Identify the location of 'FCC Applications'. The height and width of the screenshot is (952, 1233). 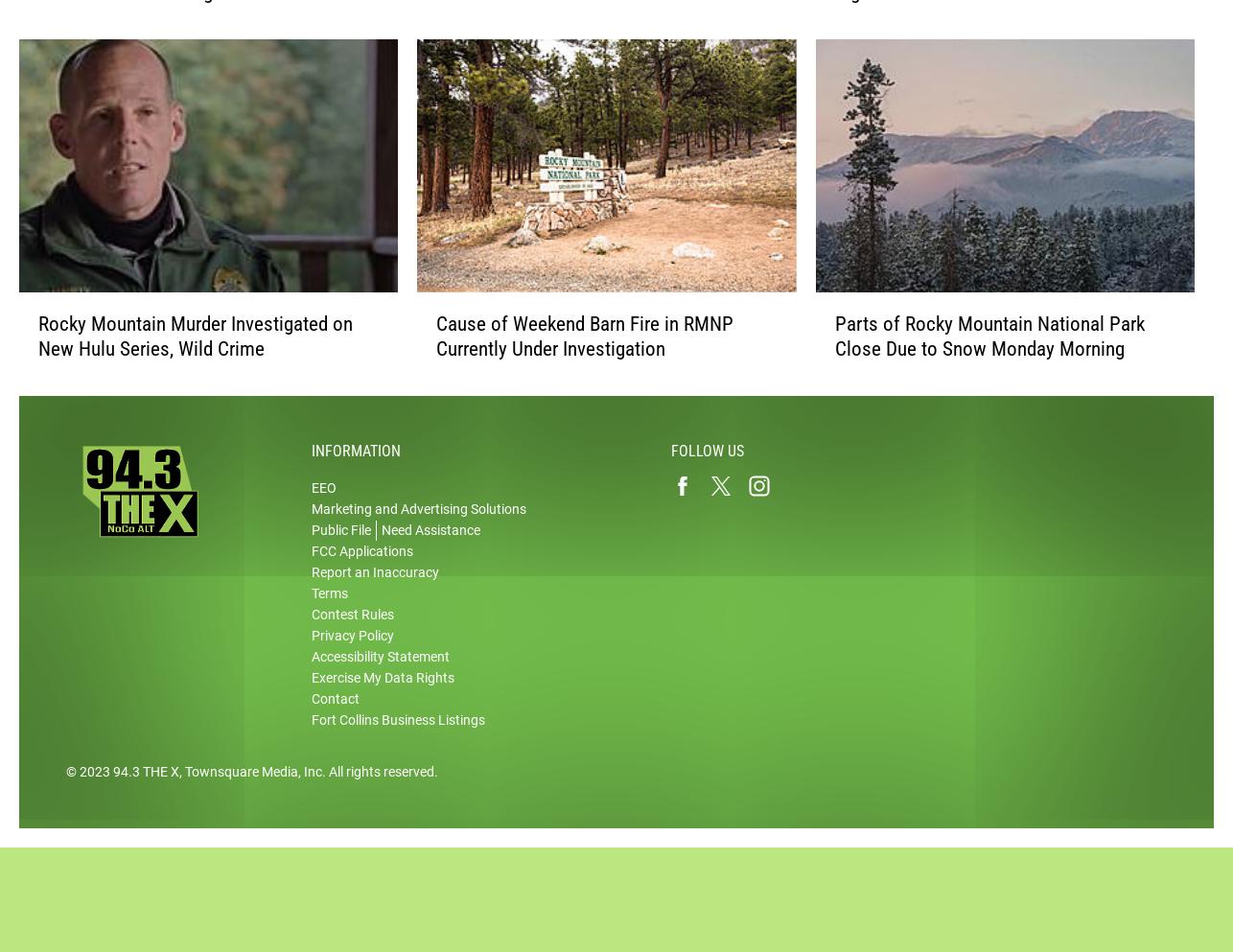
(361, 570).